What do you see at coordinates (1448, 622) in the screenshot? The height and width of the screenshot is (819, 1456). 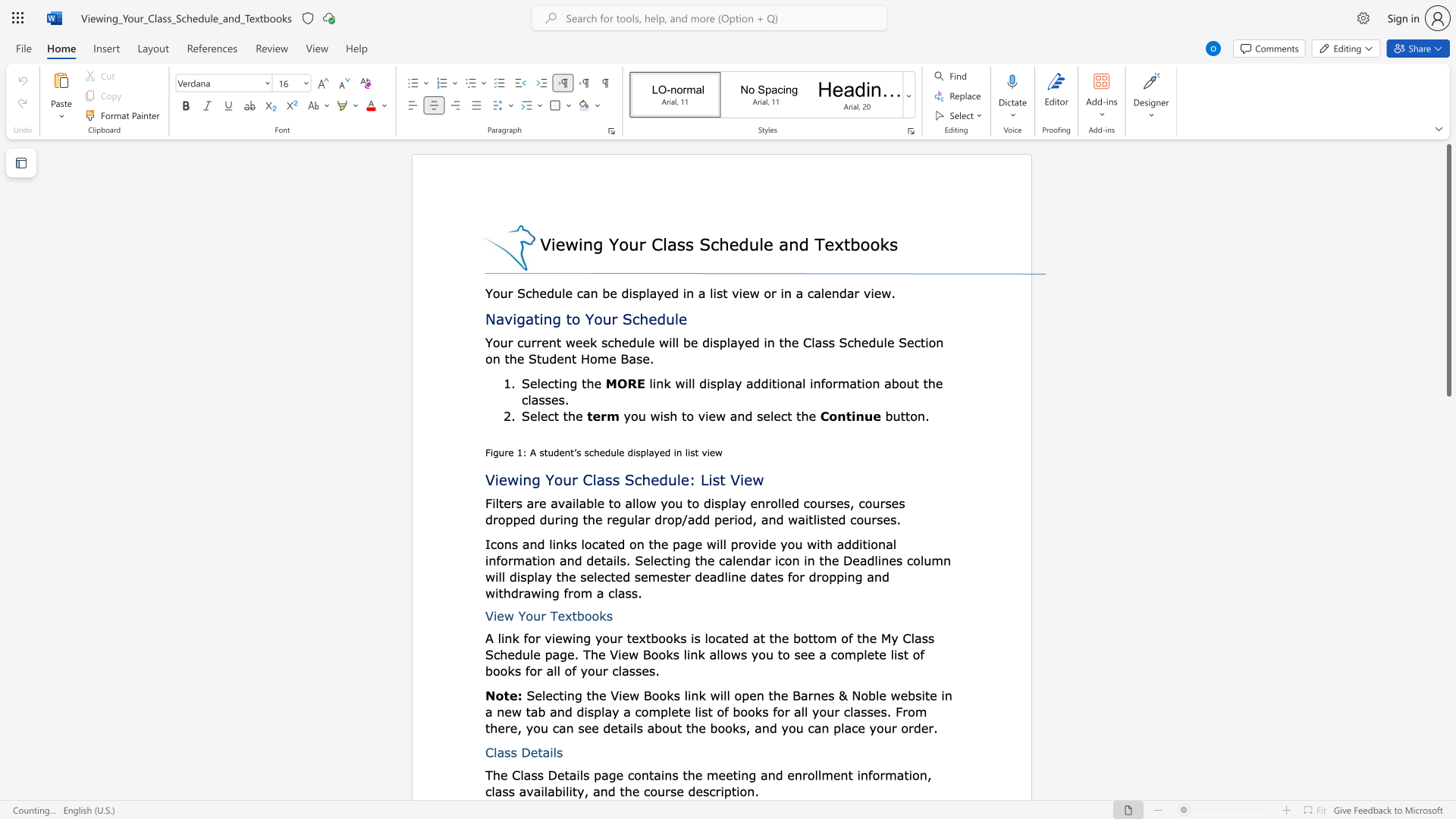 I see `the scrollbar to adjust the page downward` at bounding box center [1448, 622].